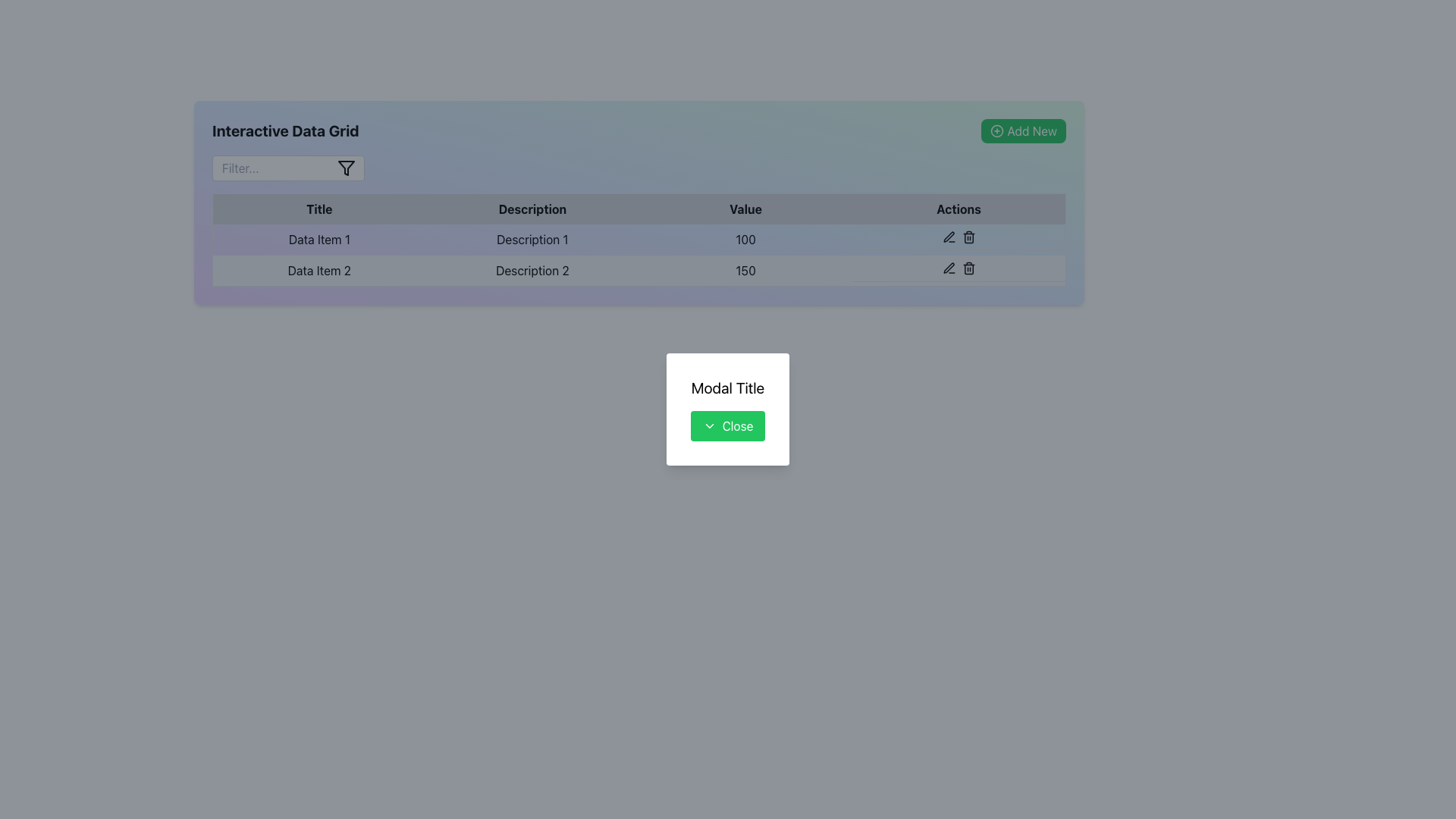 The image size is (1456, 819). Describe the element at coordinates (968, 268) in the screenshot. I see `the trash icon located on the right side of the second row in the table under the 'Actions' column` at that location.